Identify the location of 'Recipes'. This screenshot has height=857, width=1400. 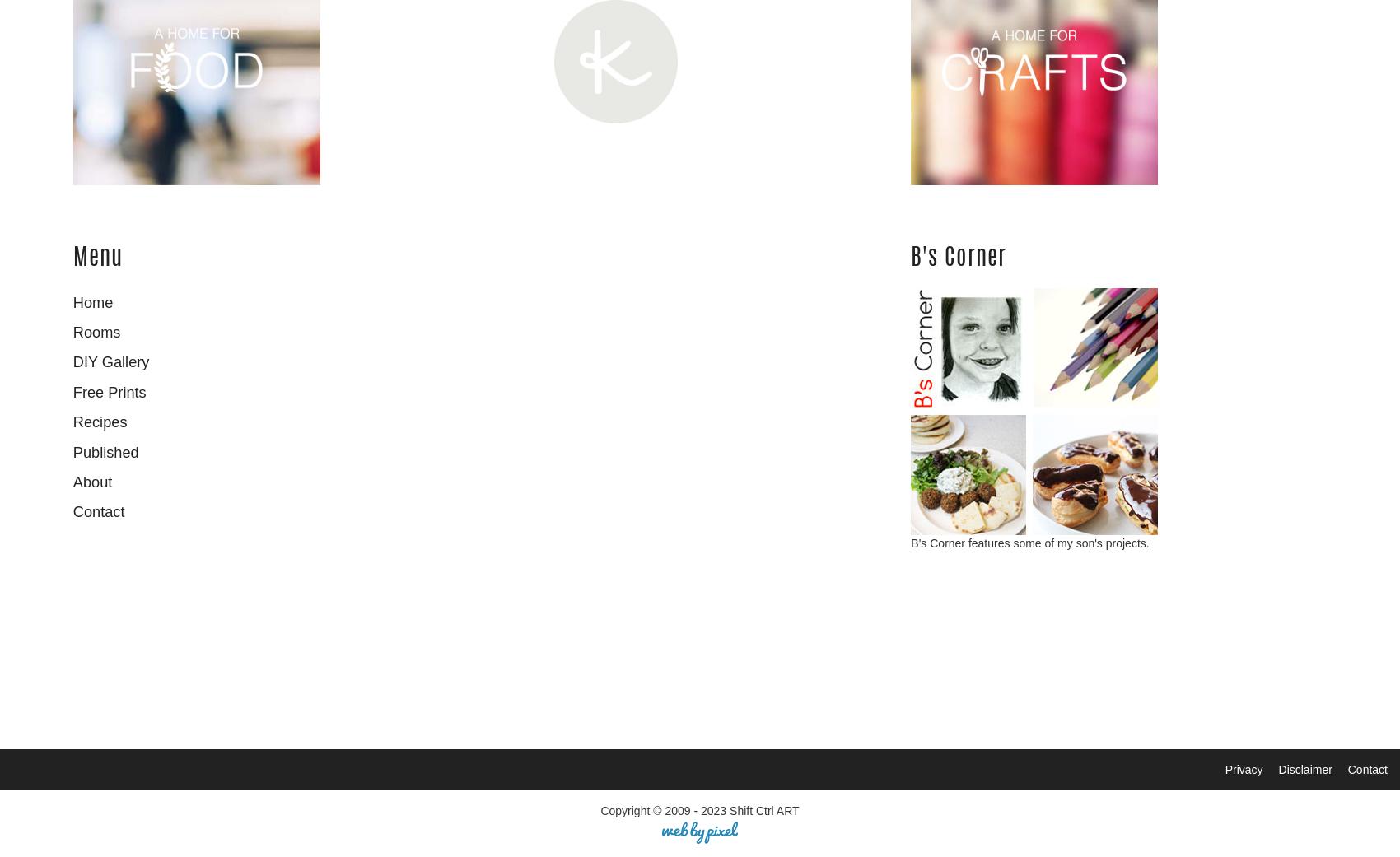
(99, 422).